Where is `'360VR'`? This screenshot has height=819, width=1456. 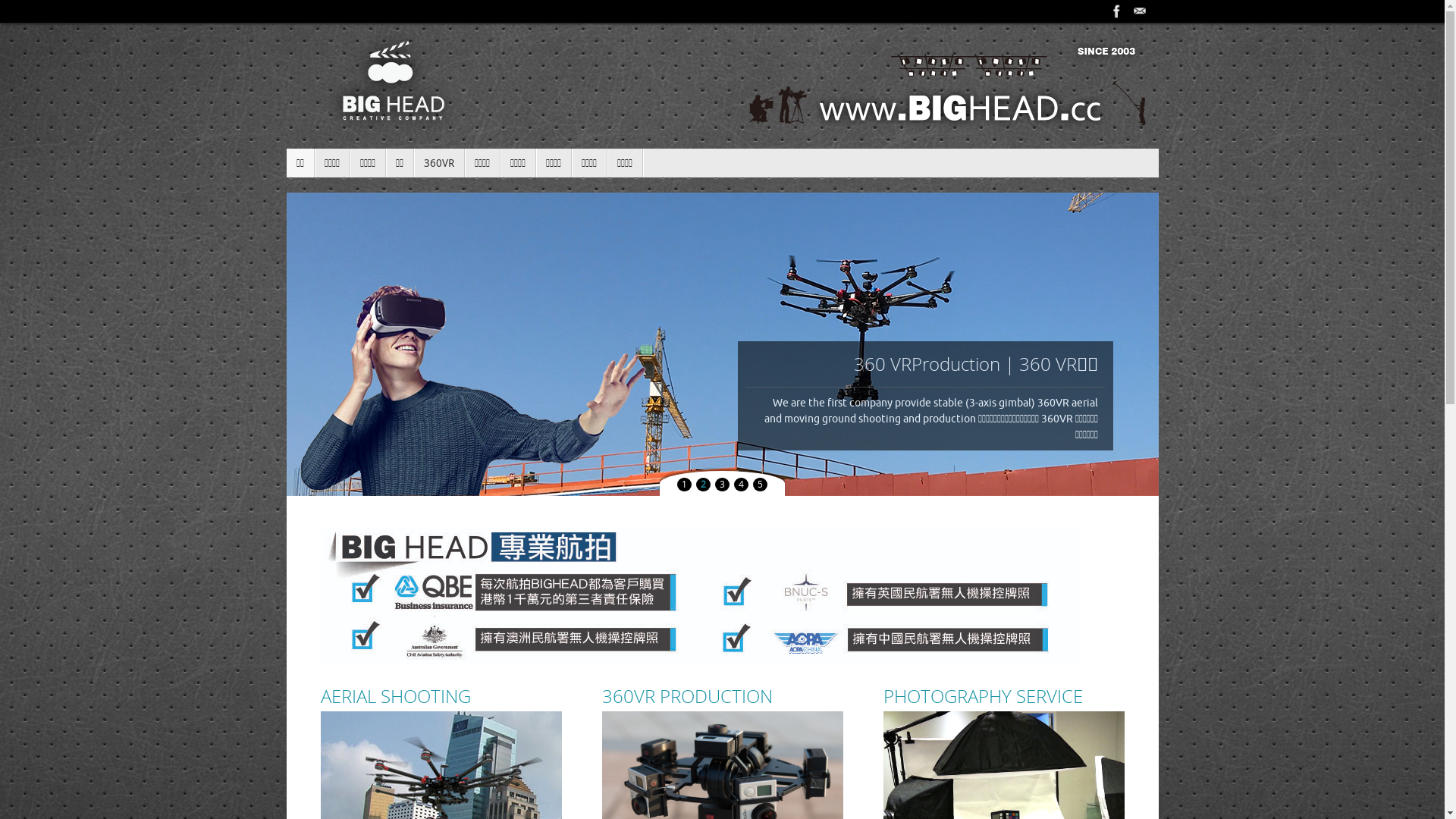 '360VR' is located at coordinates (438, 163).